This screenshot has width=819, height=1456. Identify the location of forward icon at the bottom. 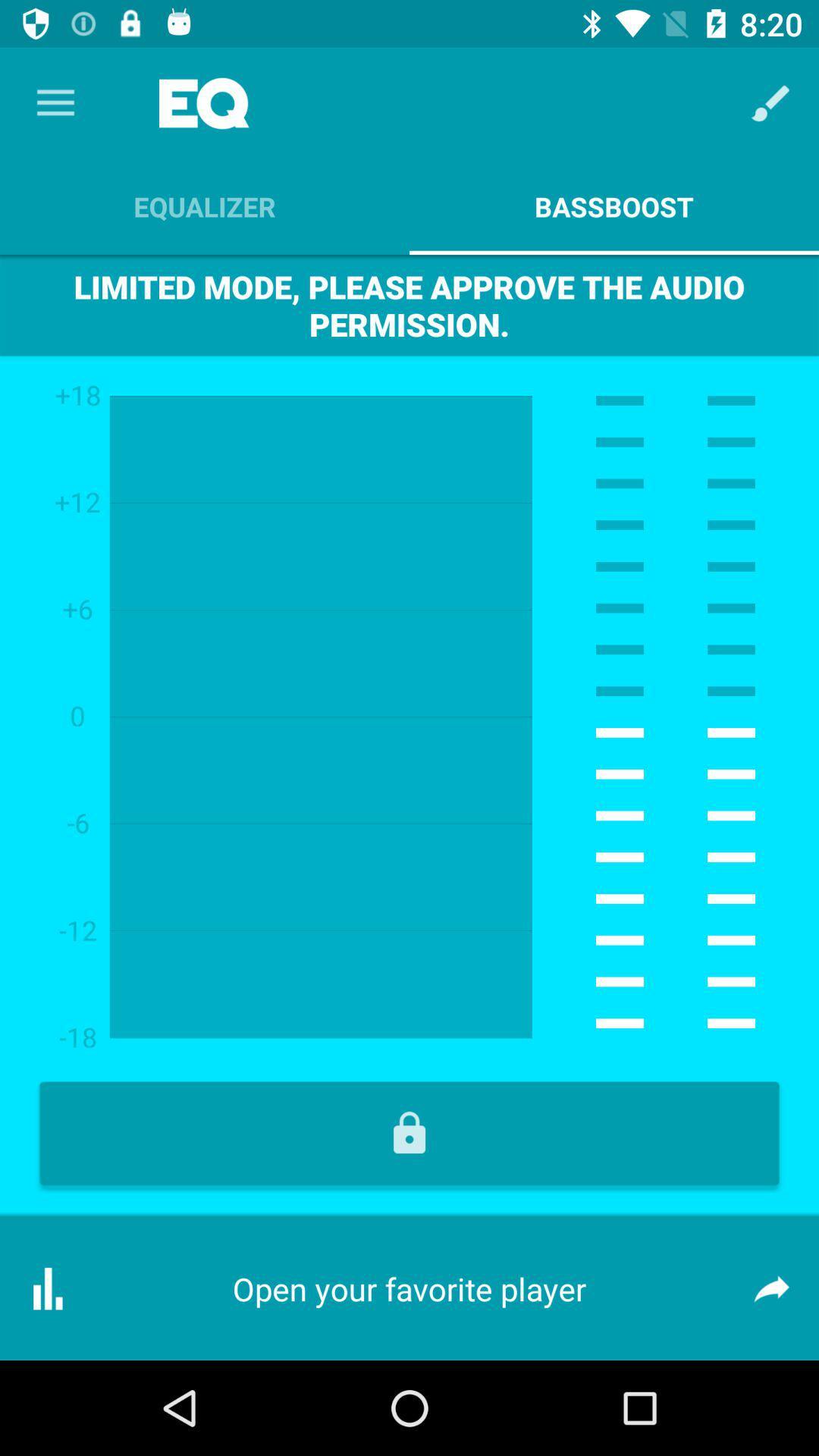
(771, 1288).